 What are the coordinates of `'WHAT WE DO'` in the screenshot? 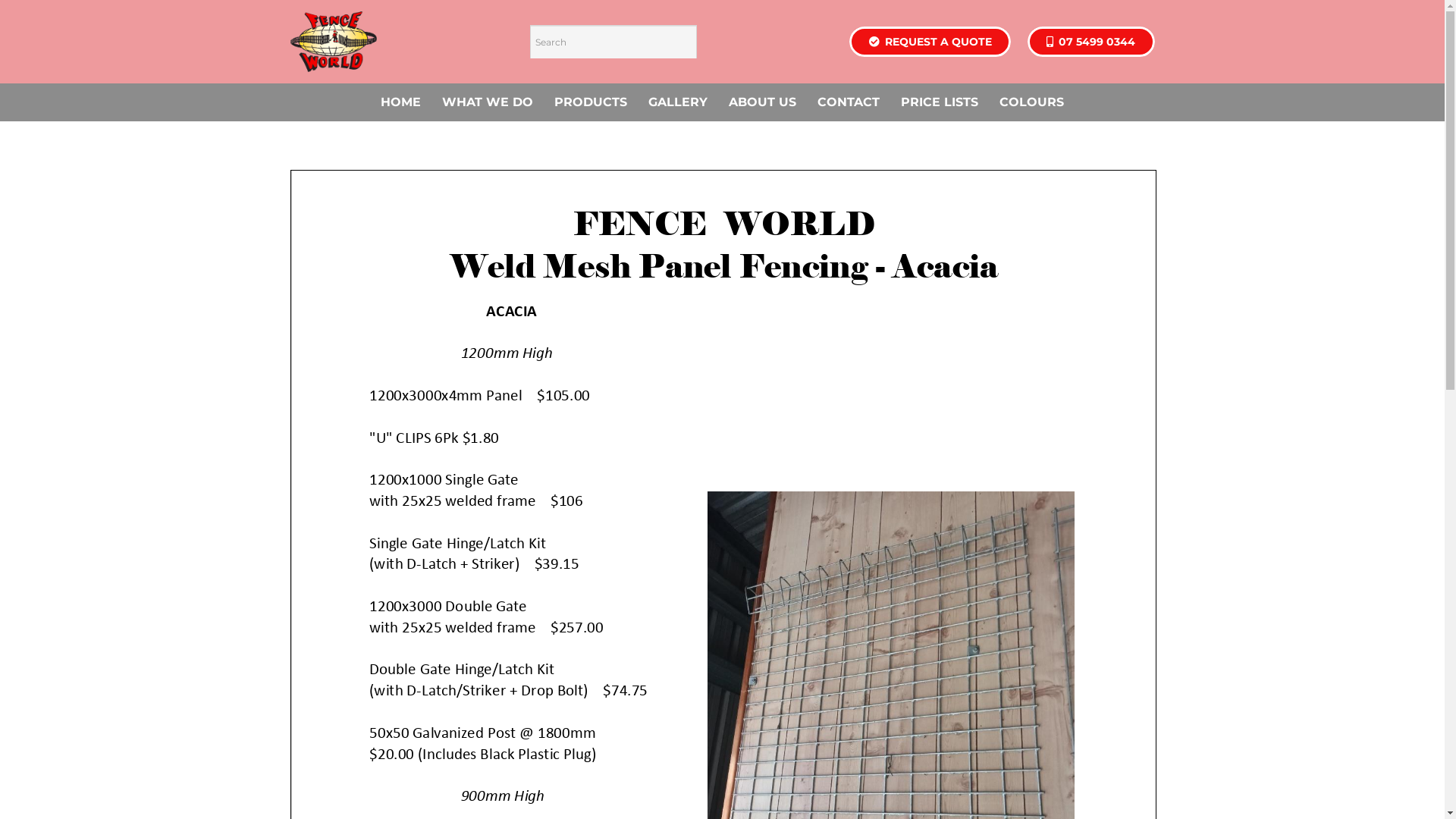 It's located at (488, 102).